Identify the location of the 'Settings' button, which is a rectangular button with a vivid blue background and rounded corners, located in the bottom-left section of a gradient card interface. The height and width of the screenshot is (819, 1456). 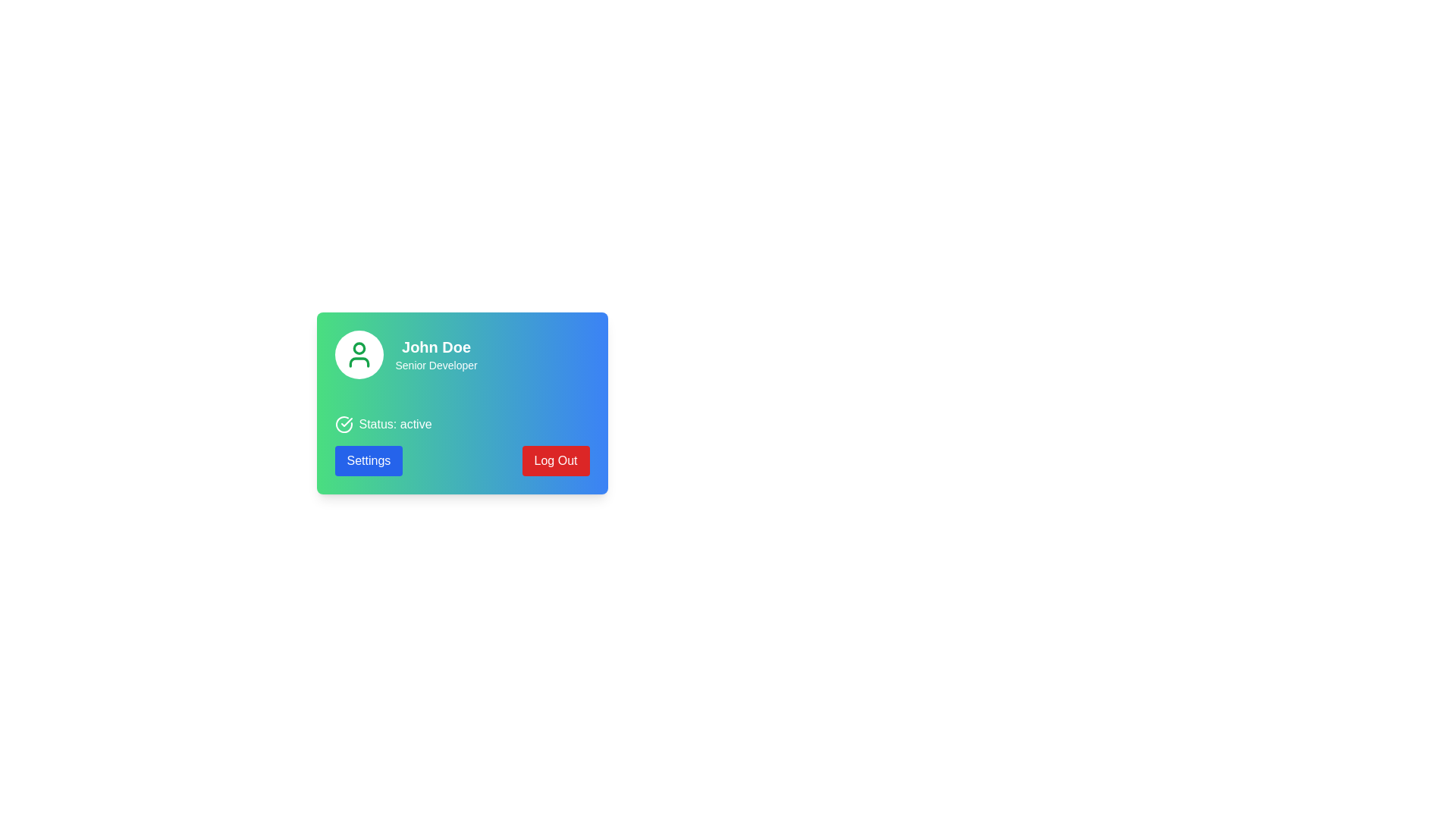
(369, 460).